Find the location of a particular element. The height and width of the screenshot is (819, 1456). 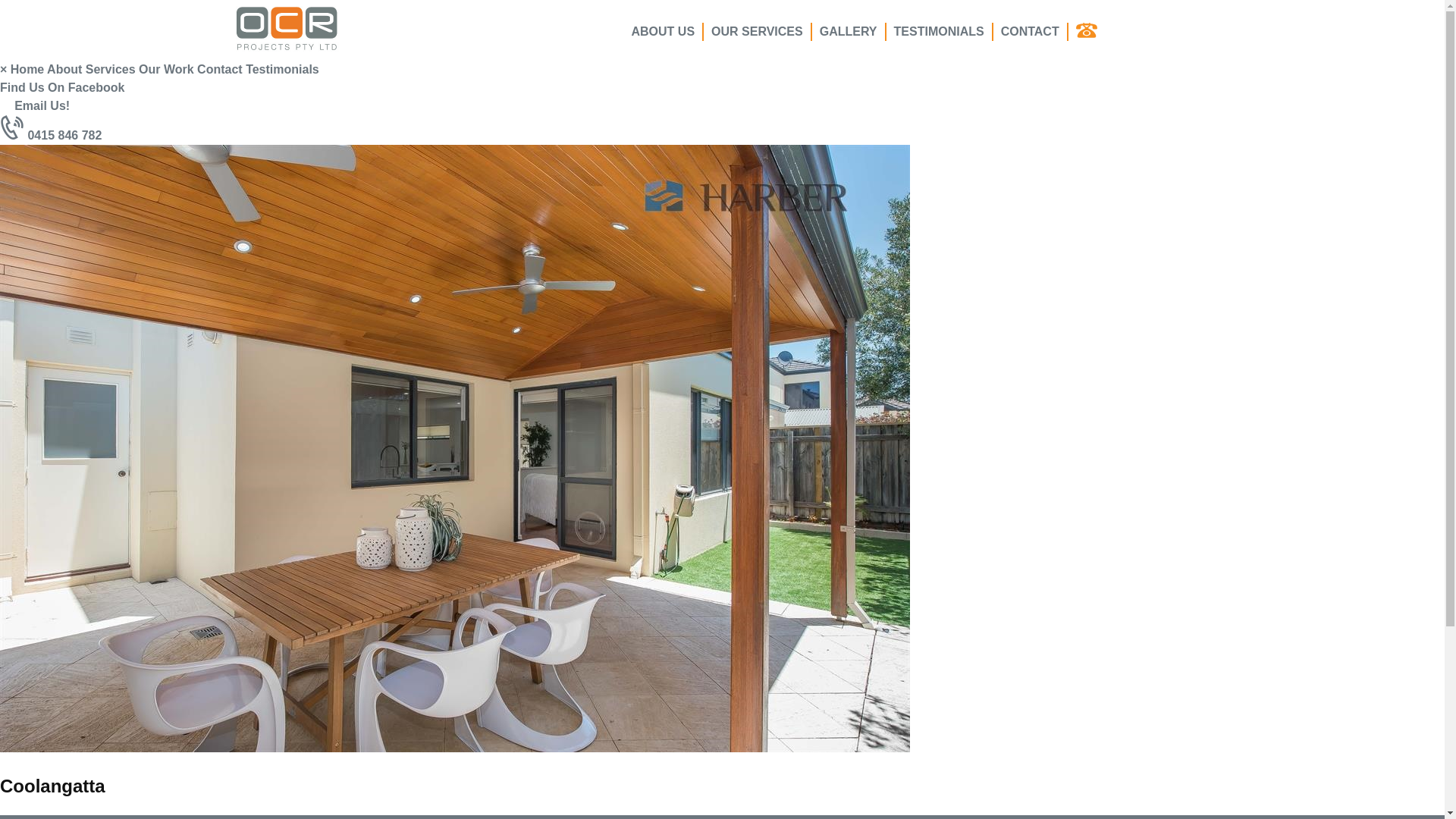

'Home' is located at coordinates (27, 69).